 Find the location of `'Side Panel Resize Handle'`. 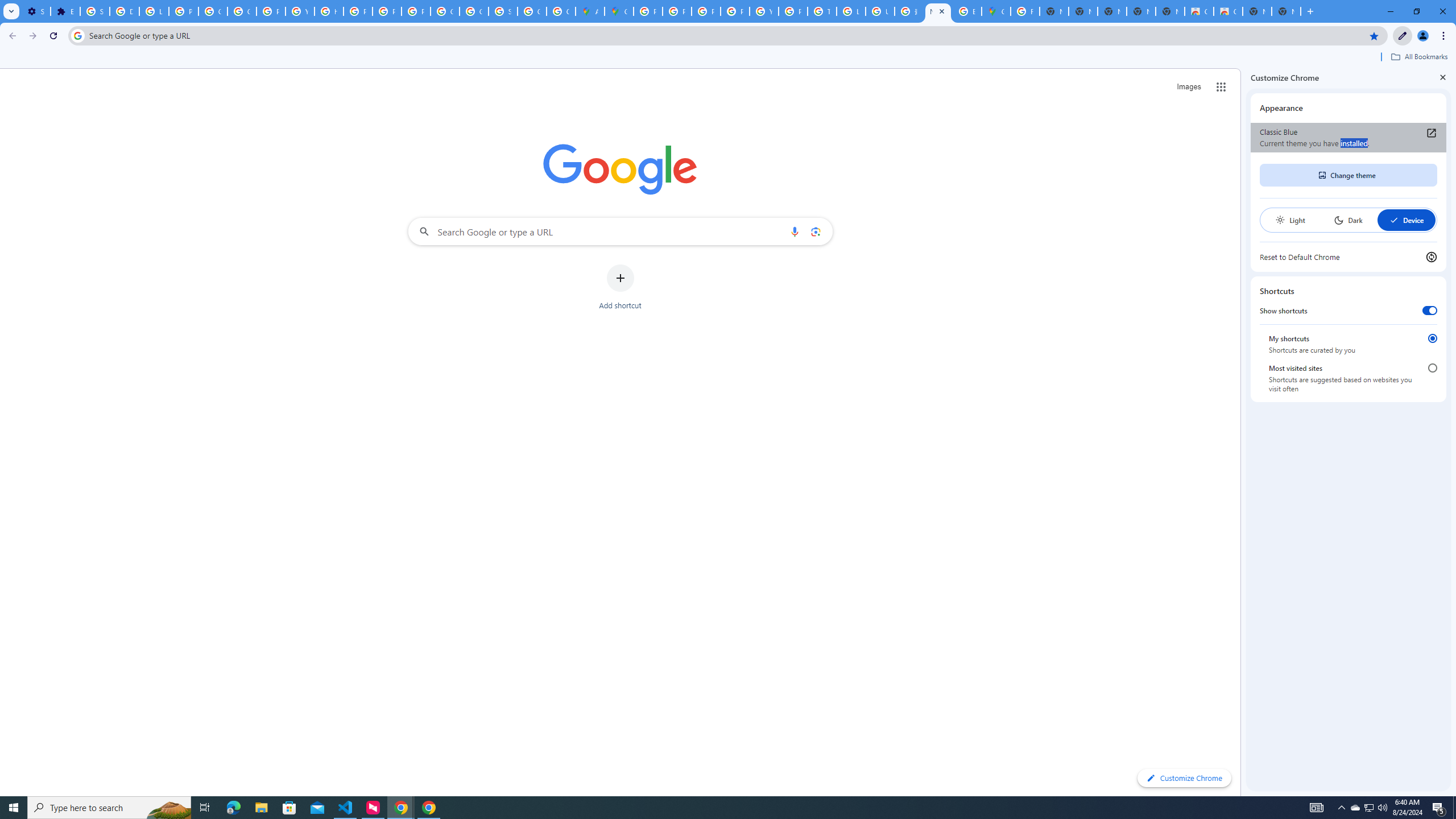

'Side Panel Resize Handle' is located at coordinates (1243, 431).